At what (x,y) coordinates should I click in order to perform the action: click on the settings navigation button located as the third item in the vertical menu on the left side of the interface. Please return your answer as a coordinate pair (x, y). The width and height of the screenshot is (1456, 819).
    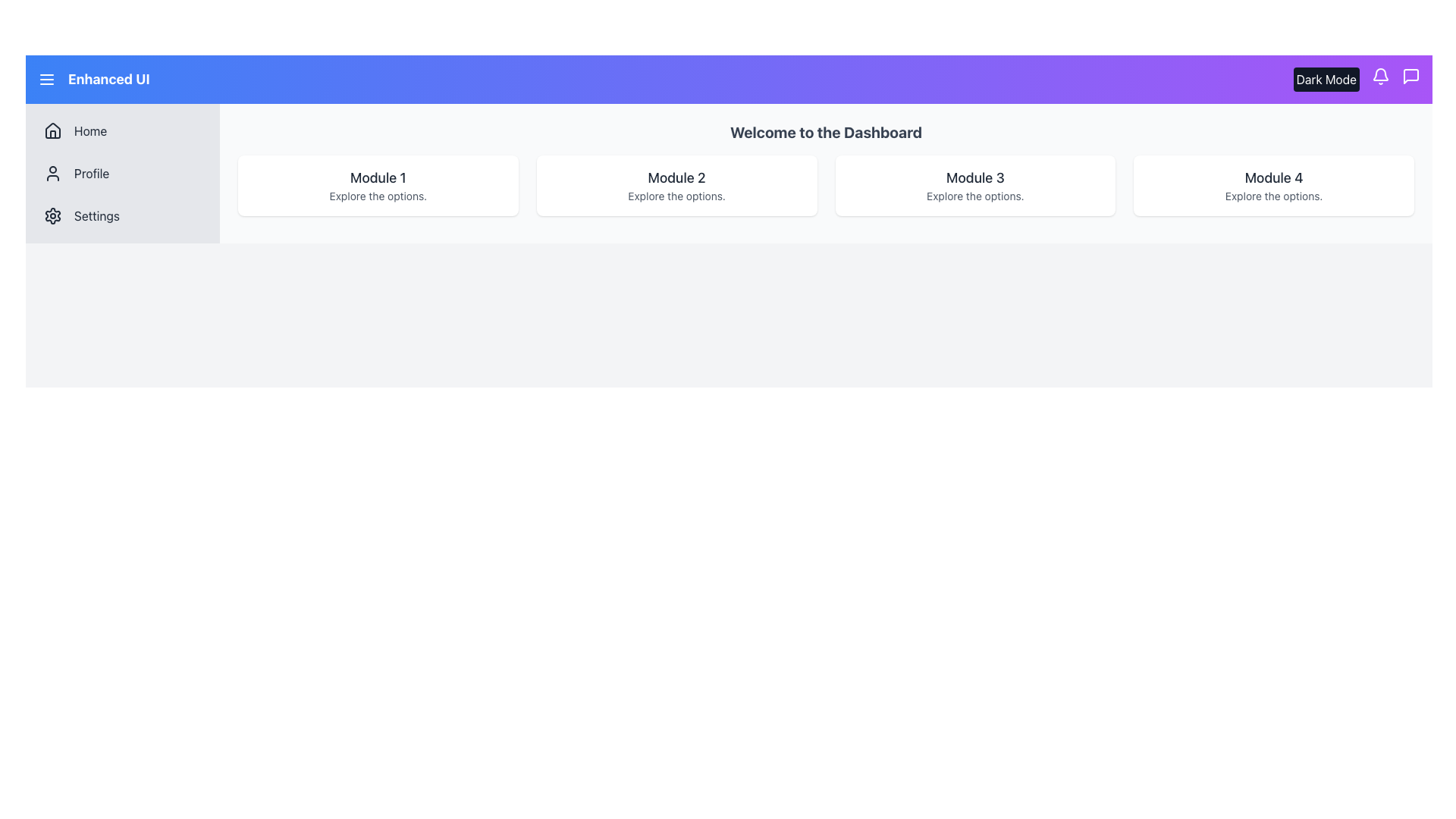
    Looking at the image, I should click on (123, 216).